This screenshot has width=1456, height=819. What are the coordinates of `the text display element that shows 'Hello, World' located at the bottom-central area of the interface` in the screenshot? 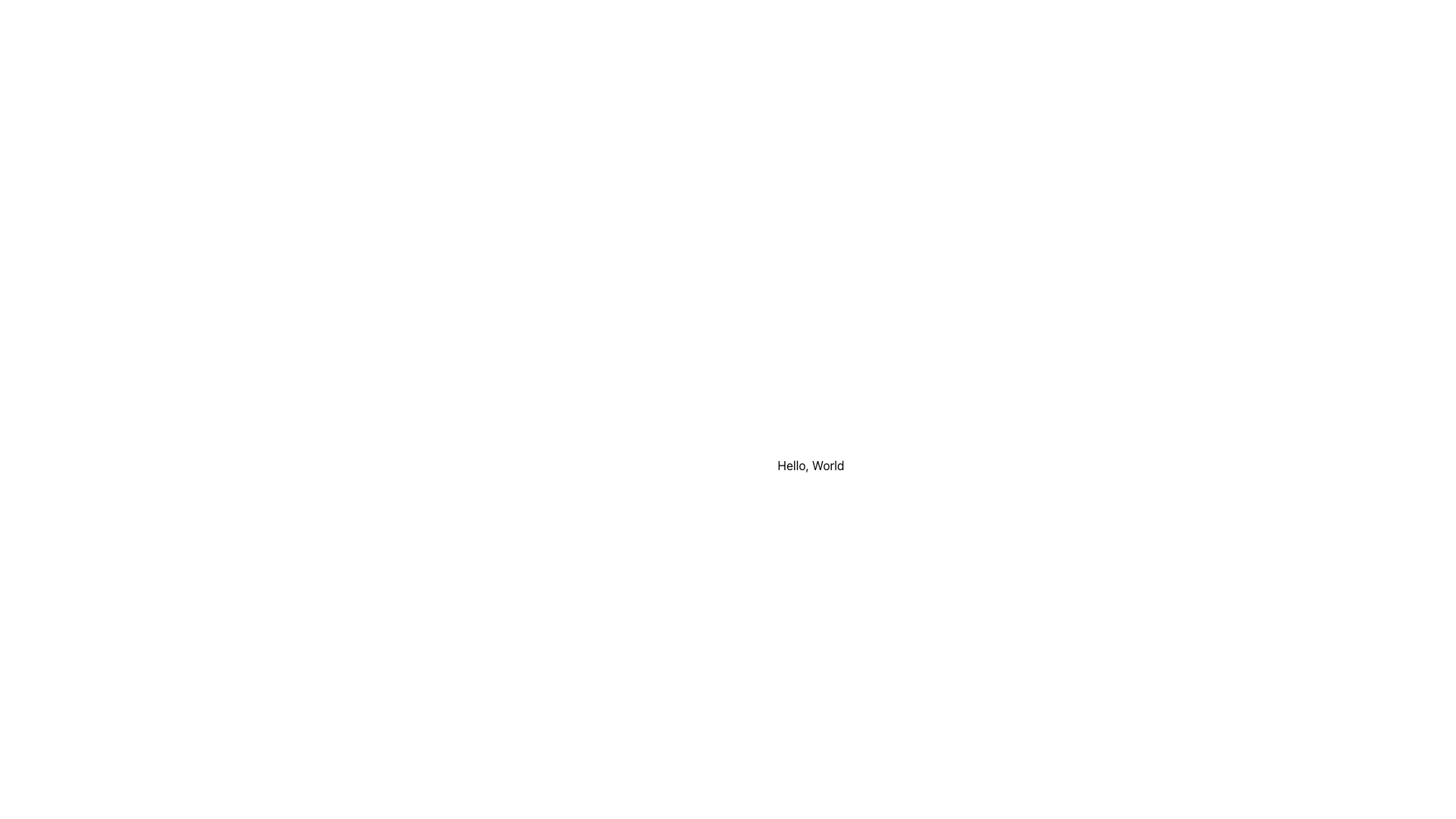 It's located at (810, 464).